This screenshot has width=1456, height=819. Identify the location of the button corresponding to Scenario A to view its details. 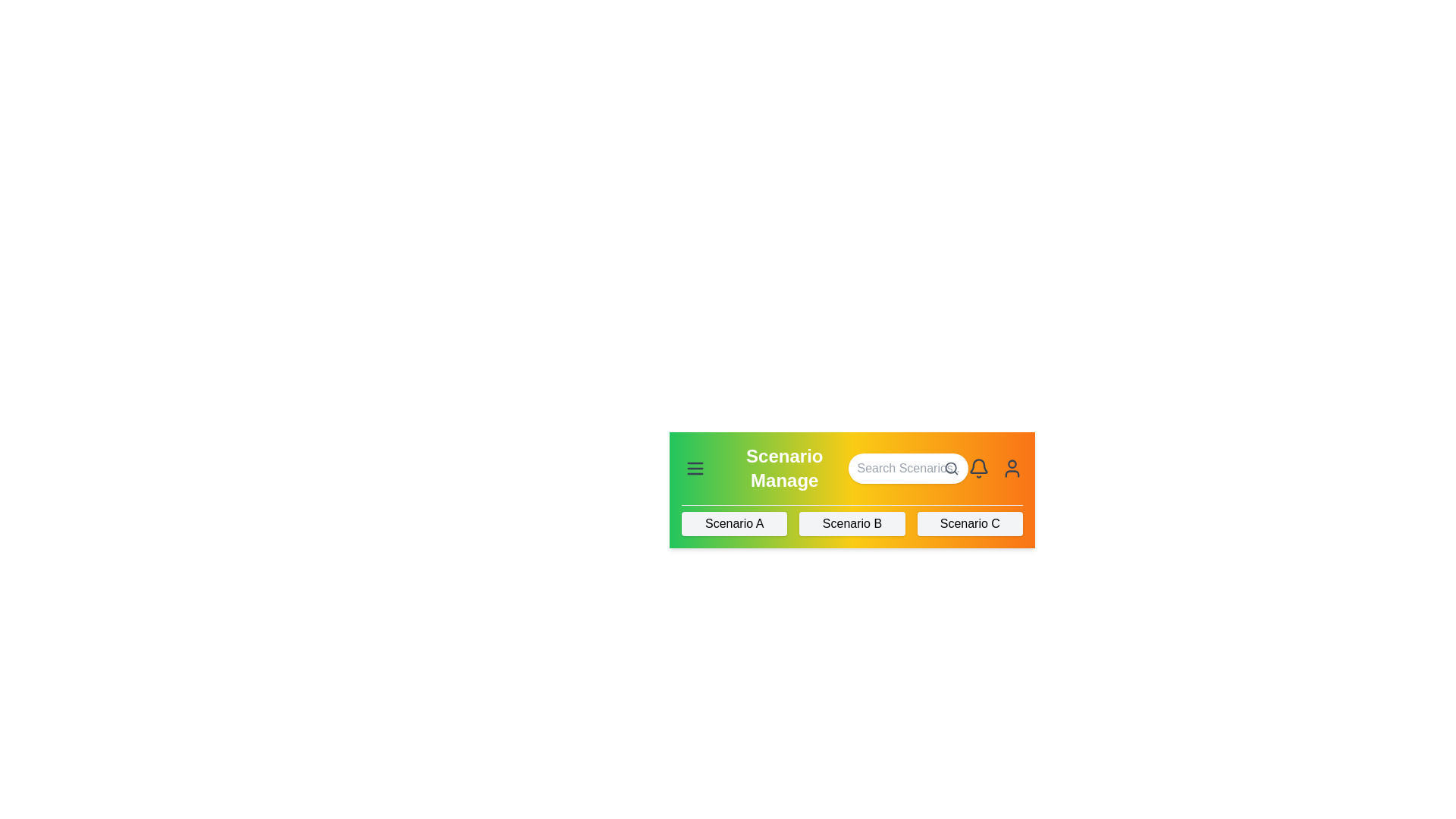
(734, 522).